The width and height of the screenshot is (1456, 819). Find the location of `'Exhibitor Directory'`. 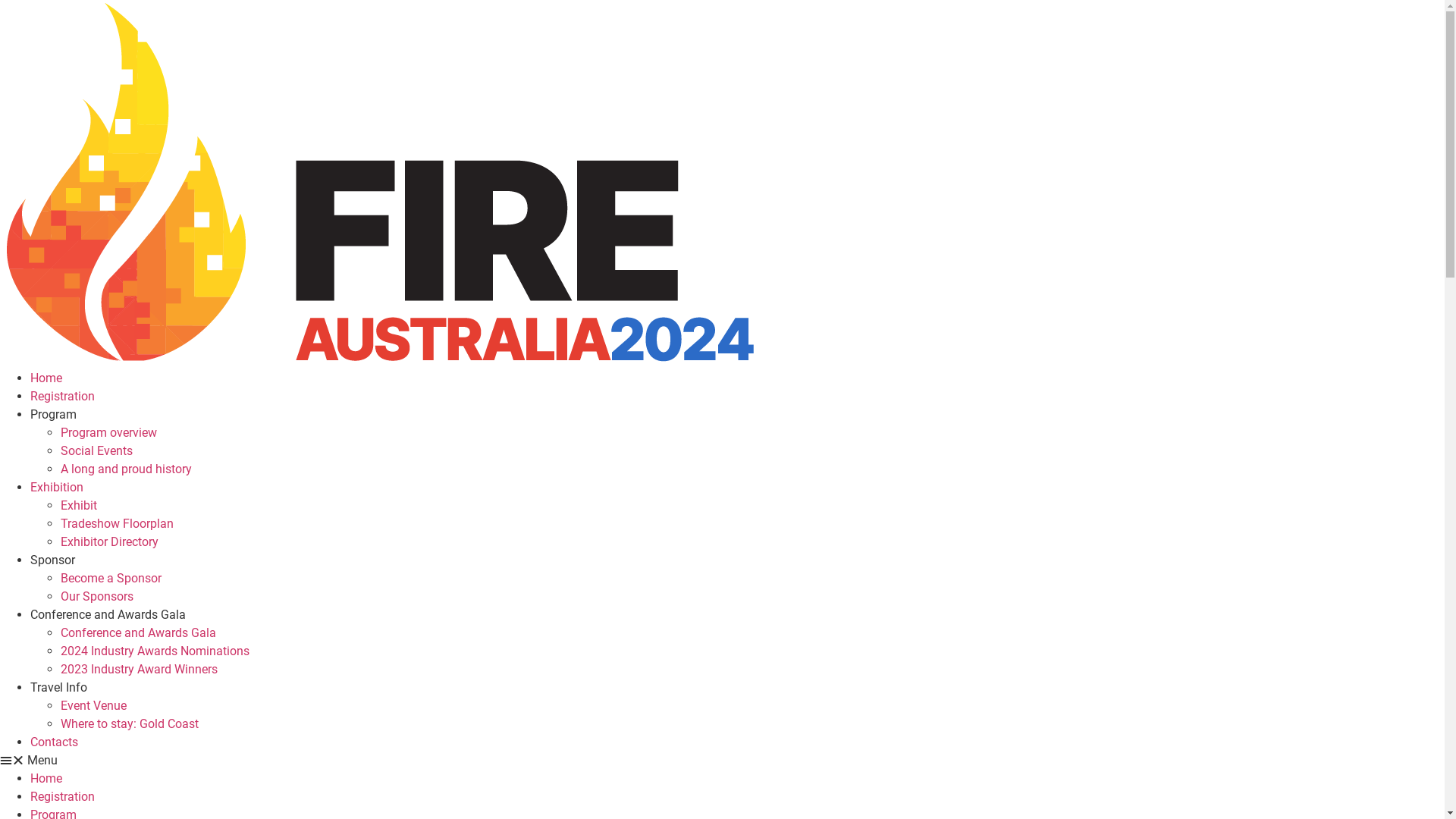

'Exhibitor Directory' is located at coordinates (108, 541).